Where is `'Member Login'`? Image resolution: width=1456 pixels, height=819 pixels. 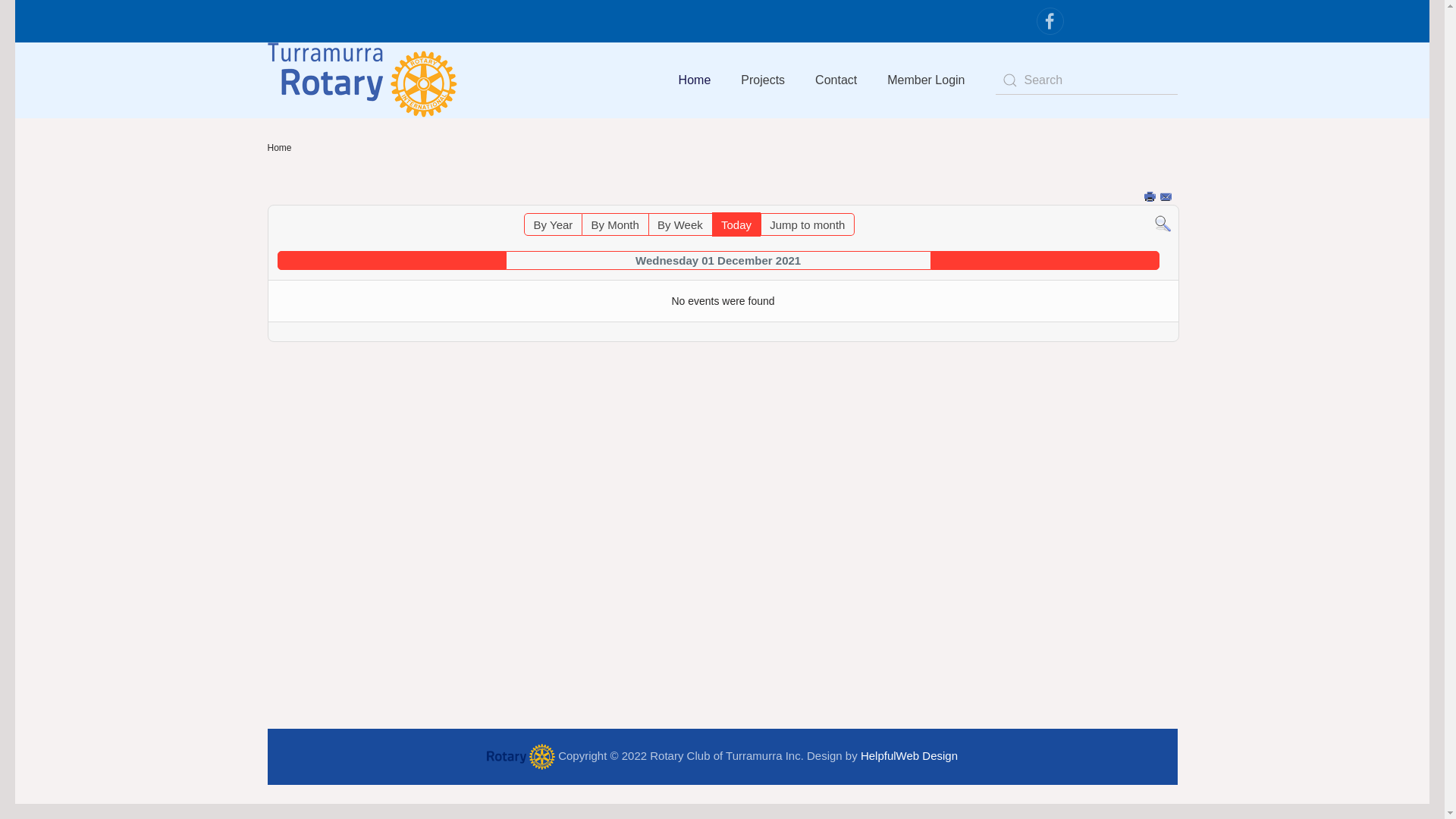
'Member Login' is located at coordinates (872, 80).